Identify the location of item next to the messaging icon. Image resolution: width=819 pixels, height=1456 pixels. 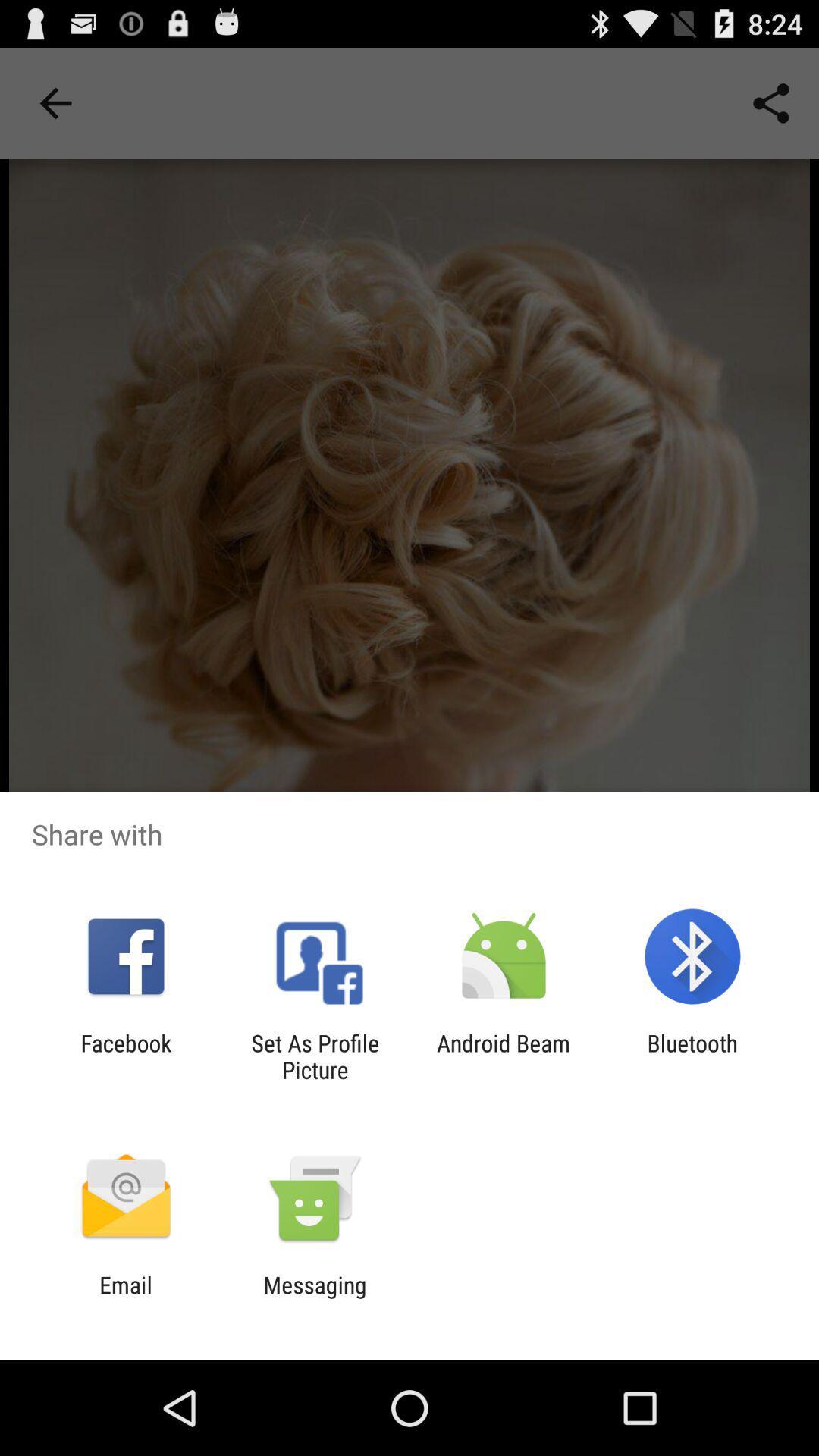
(125, 1298).